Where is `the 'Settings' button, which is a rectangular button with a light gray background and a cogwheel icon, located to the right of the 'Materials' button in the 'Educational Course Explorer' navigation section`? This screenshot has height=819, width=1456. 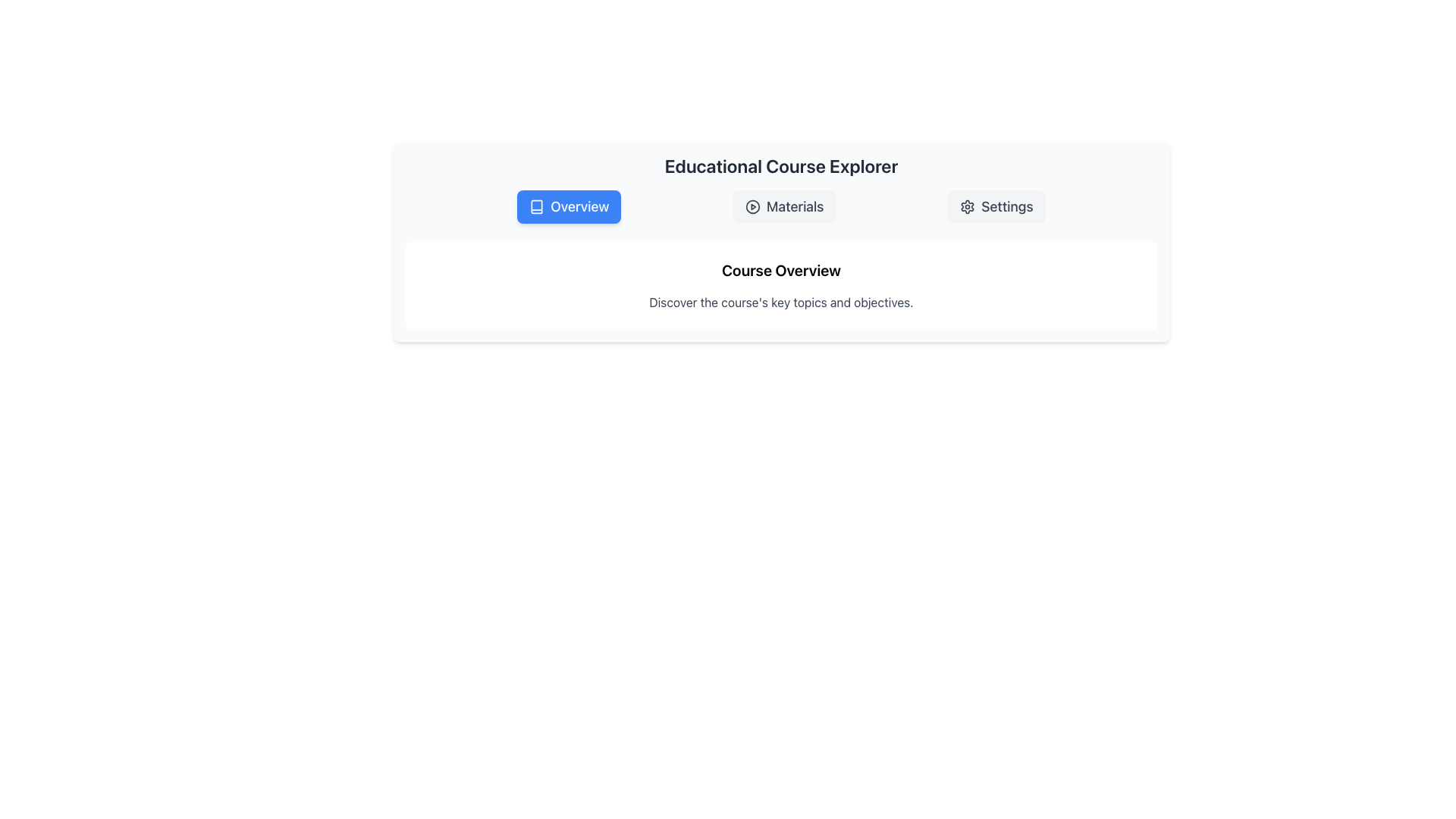
the 'Settings' button, which is a rectangular button with a light gray background and a cogwheel icon, located to the right of the 'Materials' button in the 'Educational Course Explorer' navigation section is located at coordinates (996, 207).